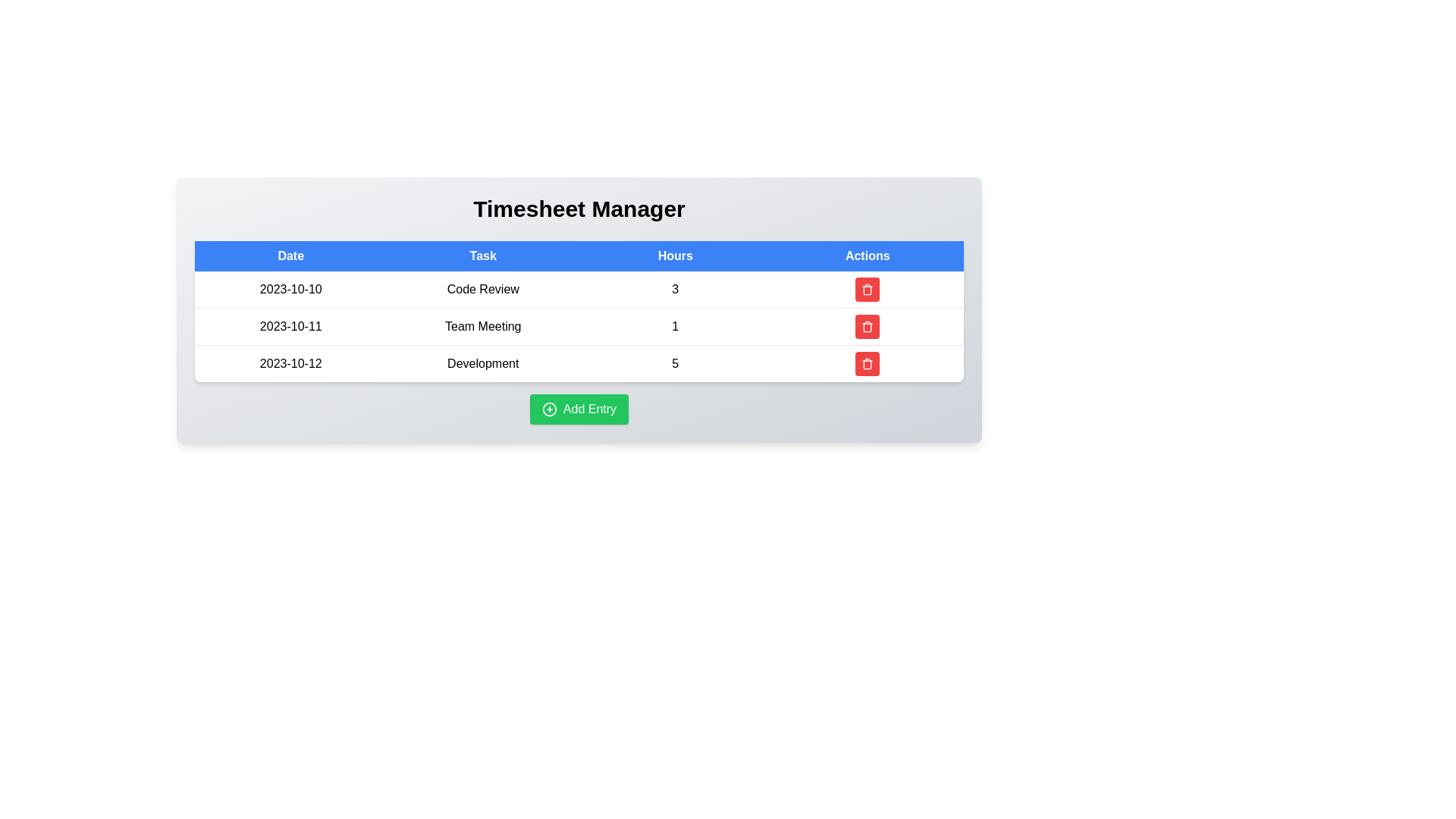 This screenshot has width=1456, height=819. What do you see at coordinates (482, 363) in the screenshot?
I see `the table cell containing the word 'Development' which is centered in a clean, minimalistic style in the third row under the 'Task' column` at bounding box center [482, 363].